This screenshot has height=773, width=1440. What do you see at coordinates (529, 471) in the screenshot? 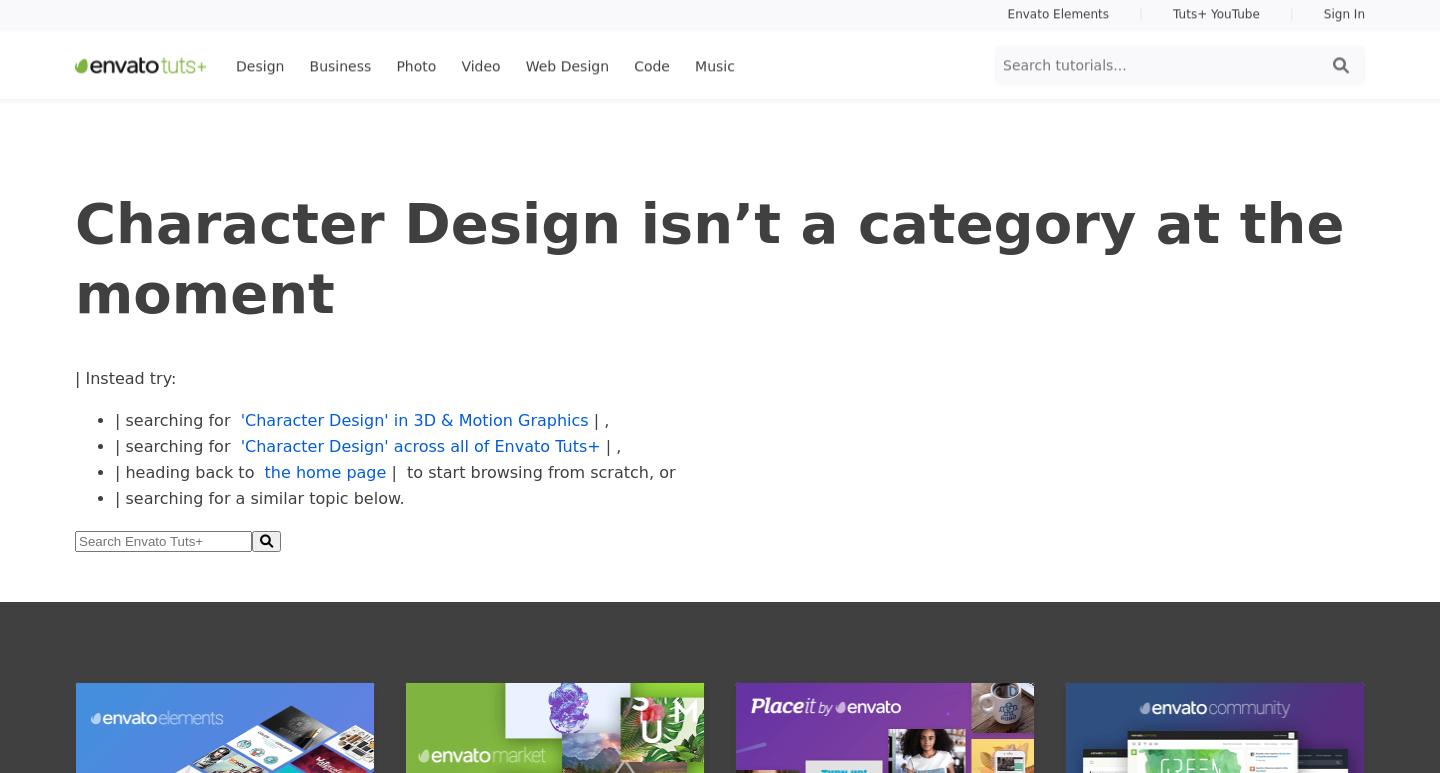
I see `'|  to start browsing from scratch, or'` at bounding box center [529, 471].